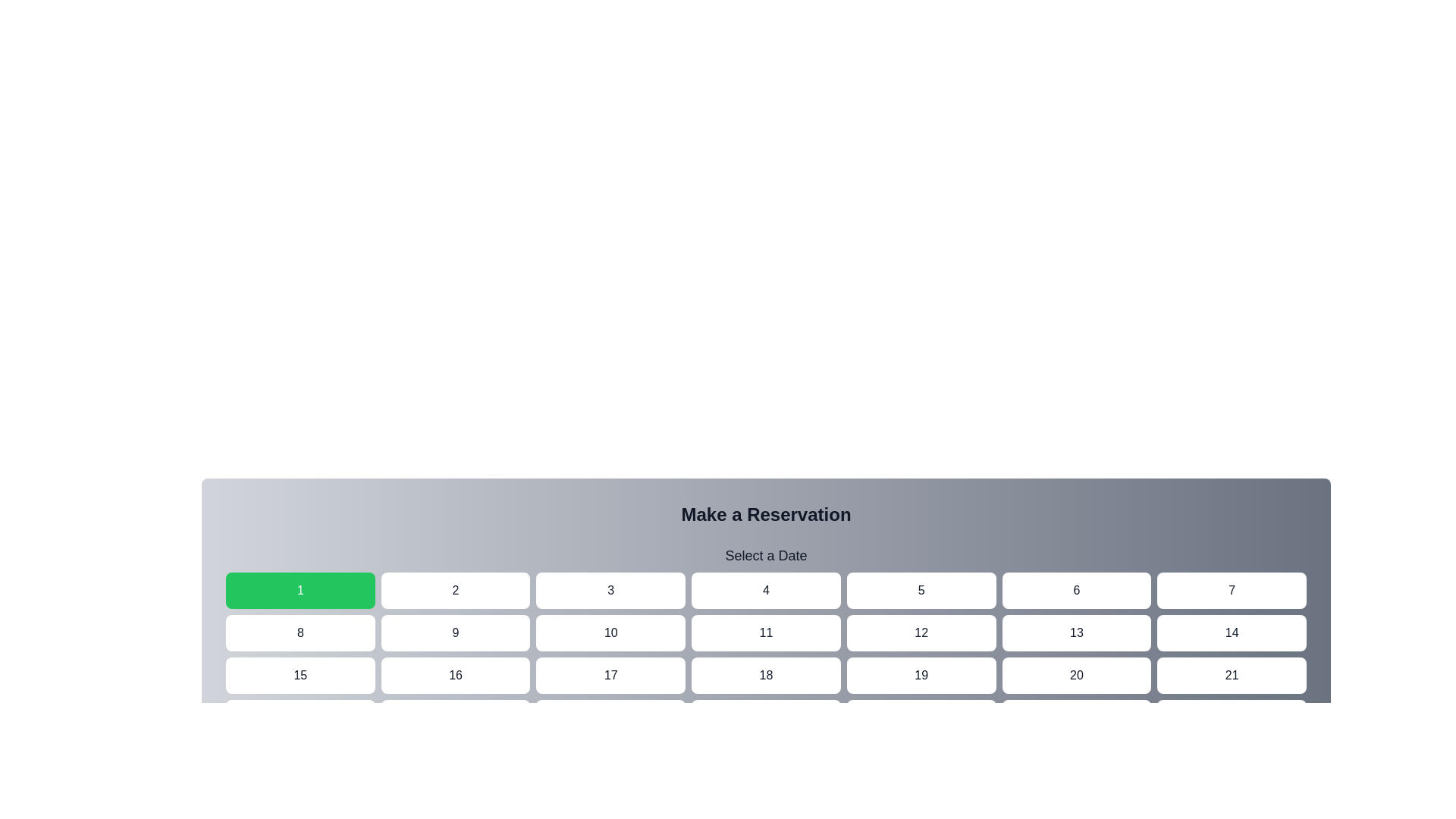 The height and width of the screenshot is (819, 1456). What do you see at coordinates (921, 590) in the screenshot?
I see `the button corresponding to the date '5' in the date picker grid` at bounding box center [921, 590].